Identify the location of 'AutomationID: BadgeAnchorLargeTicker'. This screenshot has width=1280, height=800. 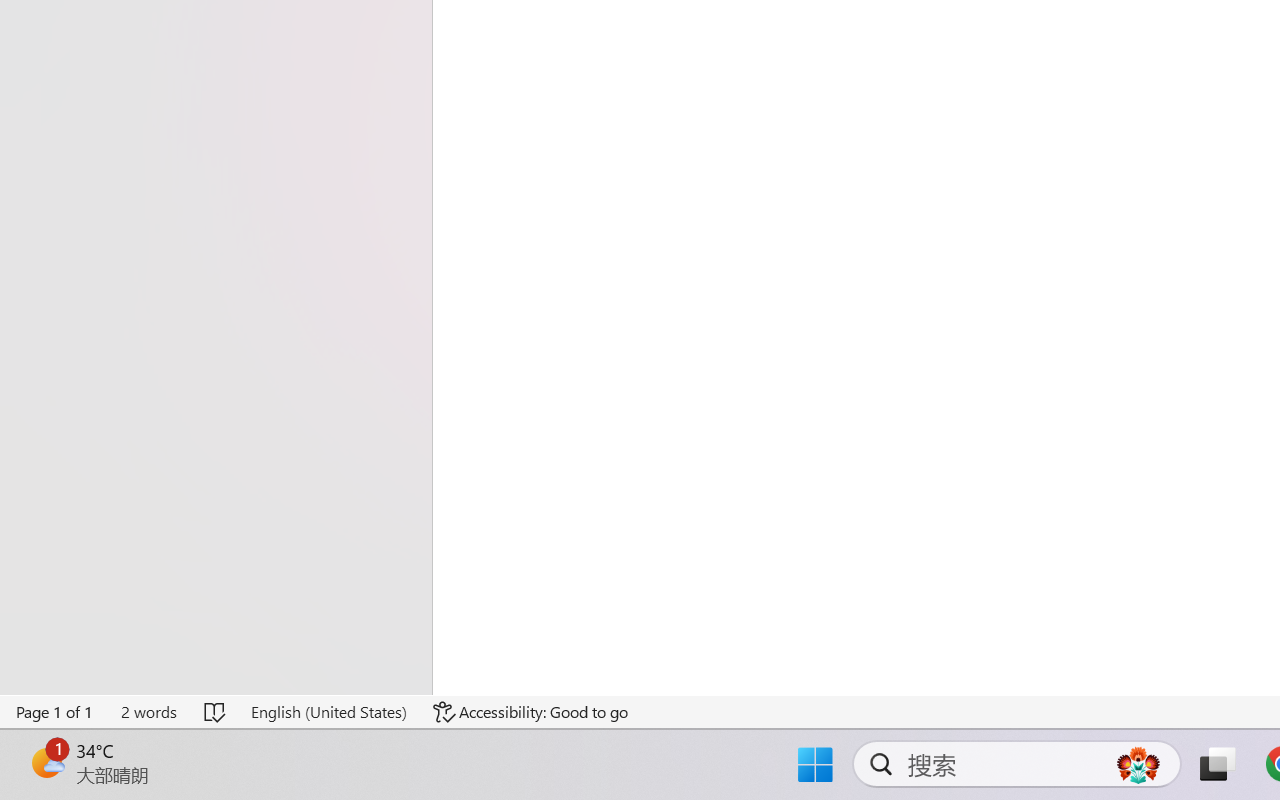
(46, 762).